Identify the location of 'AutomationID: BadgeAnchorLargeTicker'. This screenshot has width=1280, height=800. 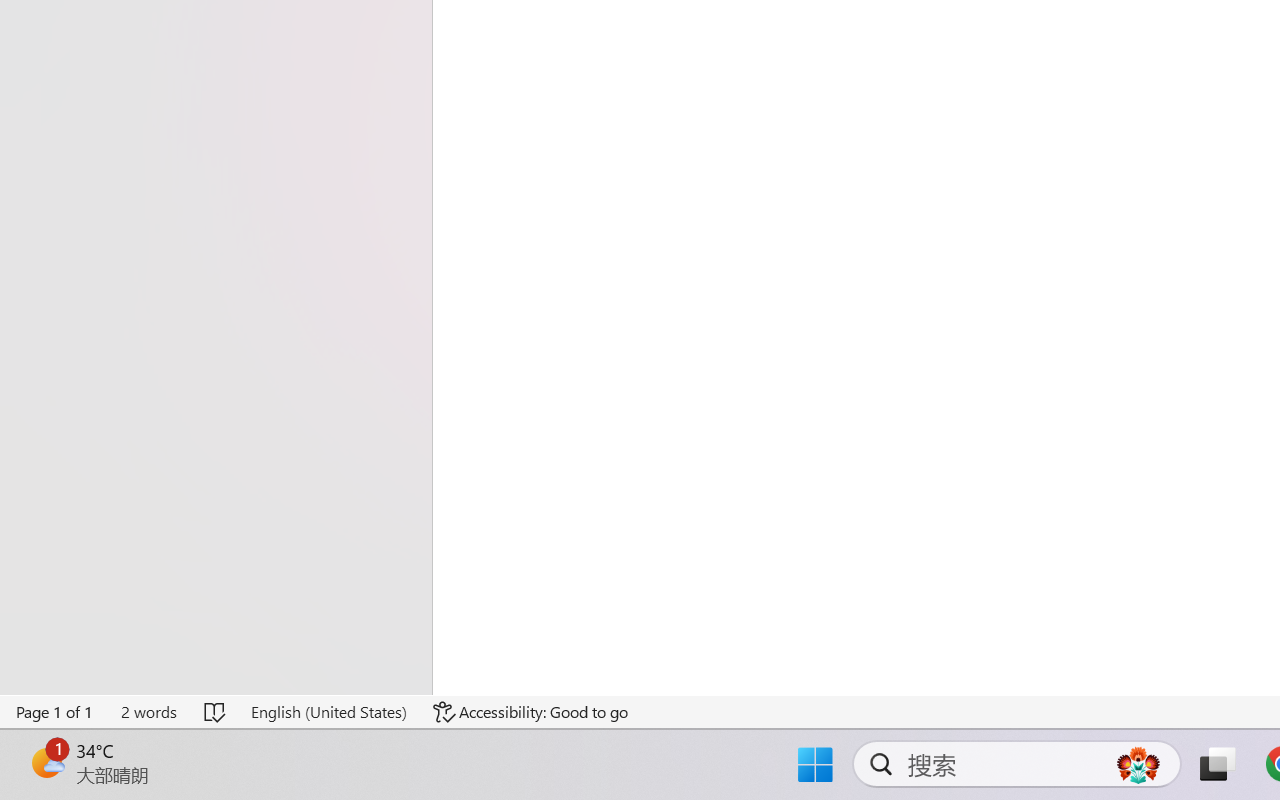
(46, 762).